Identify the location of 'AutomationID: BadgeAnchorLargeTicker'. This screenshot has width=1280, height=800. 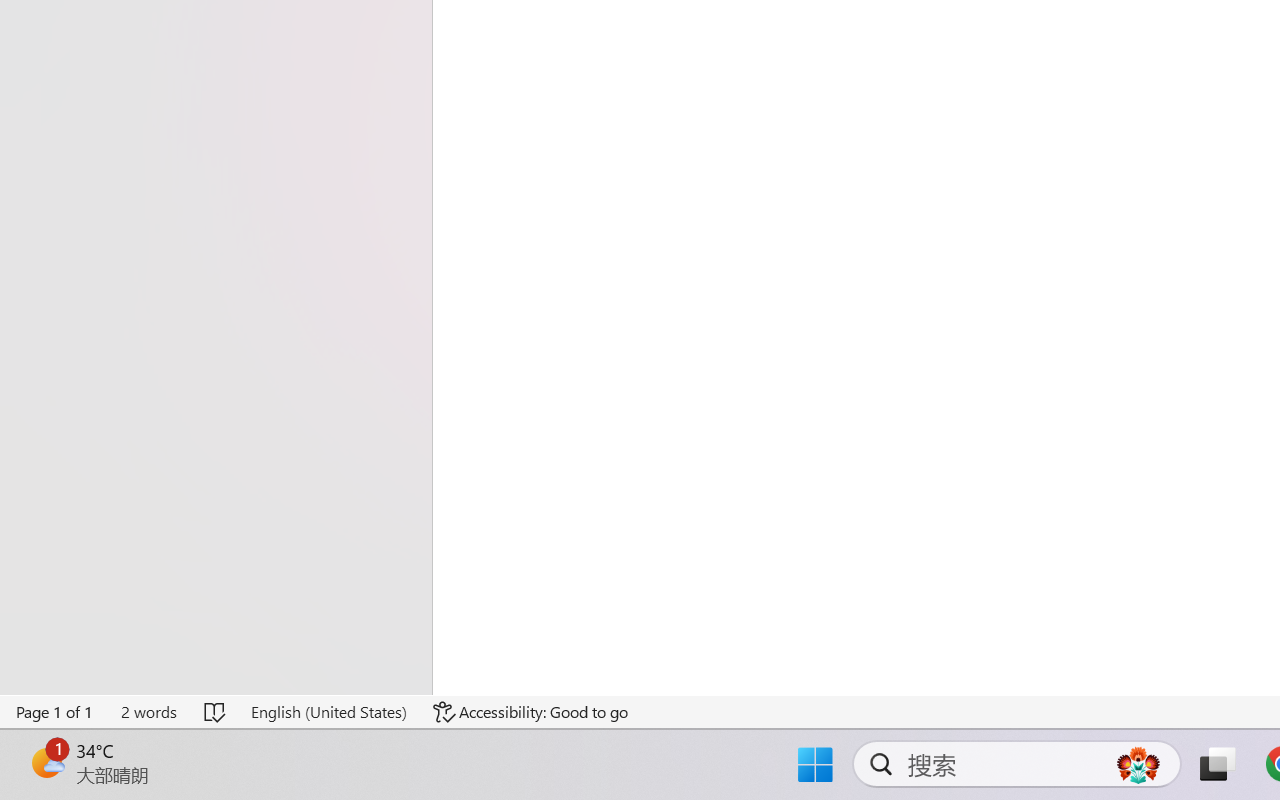
(46, 762).